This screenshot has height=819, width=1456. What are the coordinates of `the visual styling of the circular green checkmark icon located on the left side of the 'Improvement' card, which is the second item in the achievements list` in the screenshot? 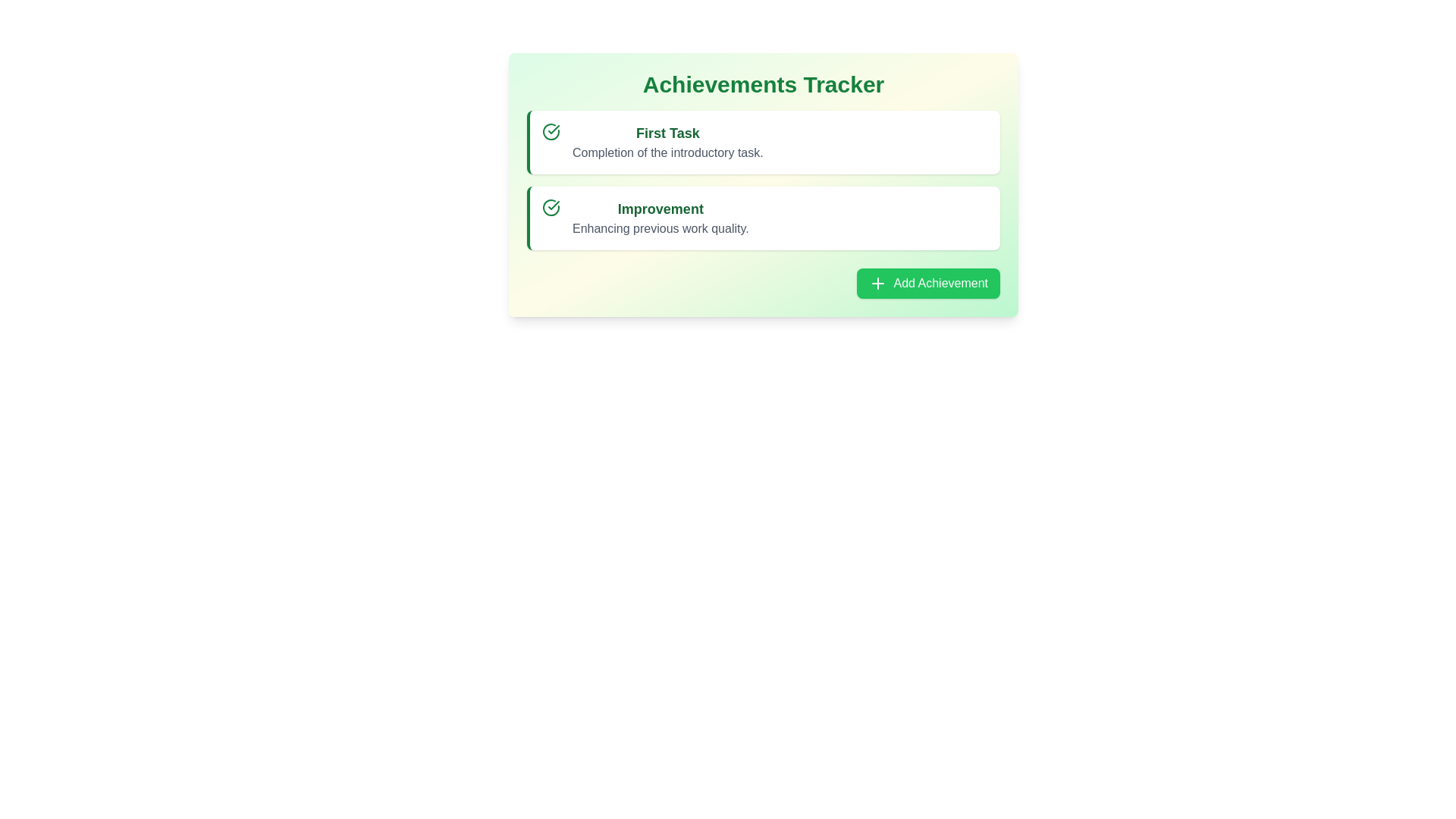 It's located at (550, 207).